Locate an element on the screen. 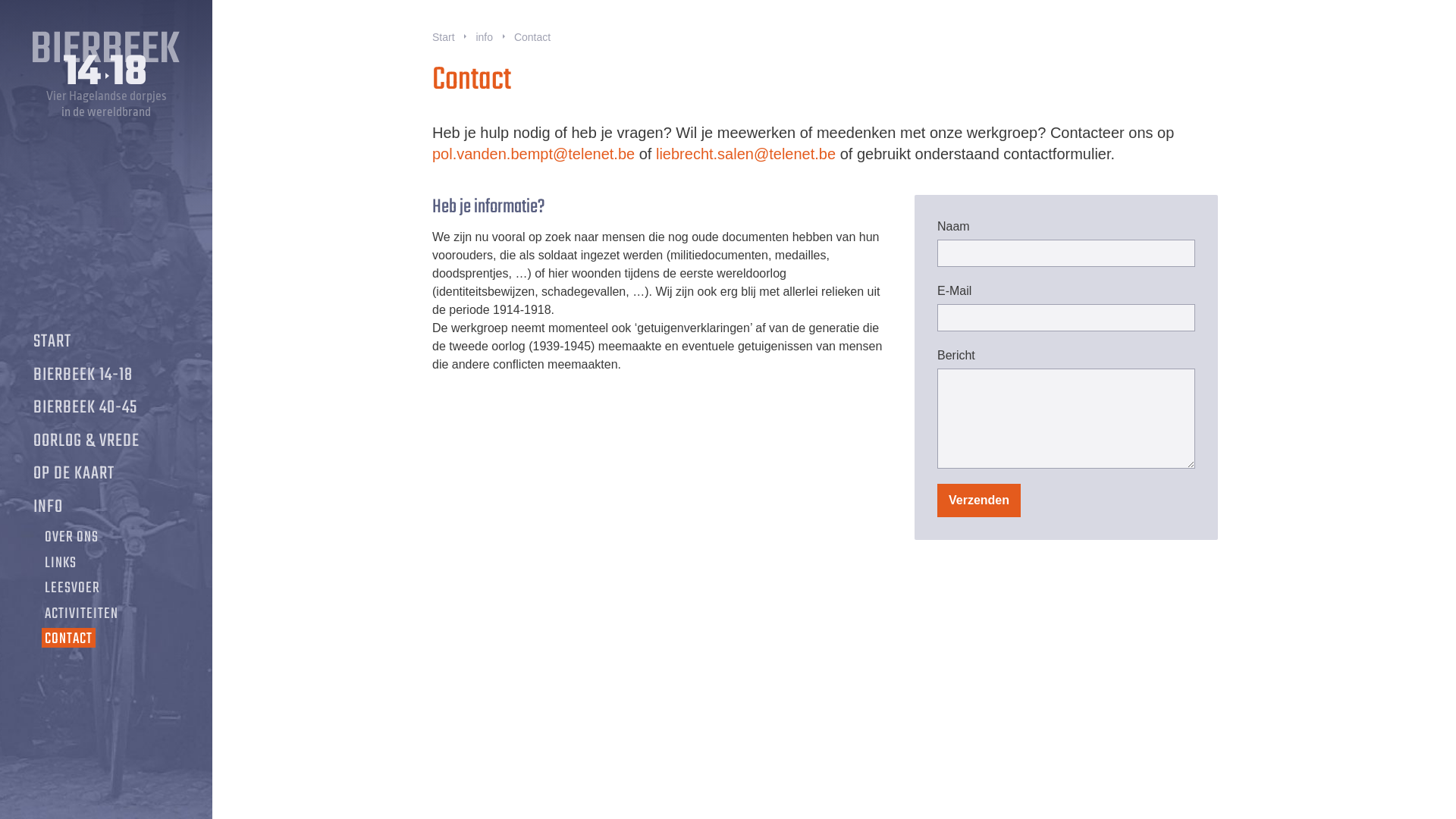 Image resolution: width=1456 pixels, height=819 pixels. 'BIERBEEK 40-45' is located at coordinates (84, 406).